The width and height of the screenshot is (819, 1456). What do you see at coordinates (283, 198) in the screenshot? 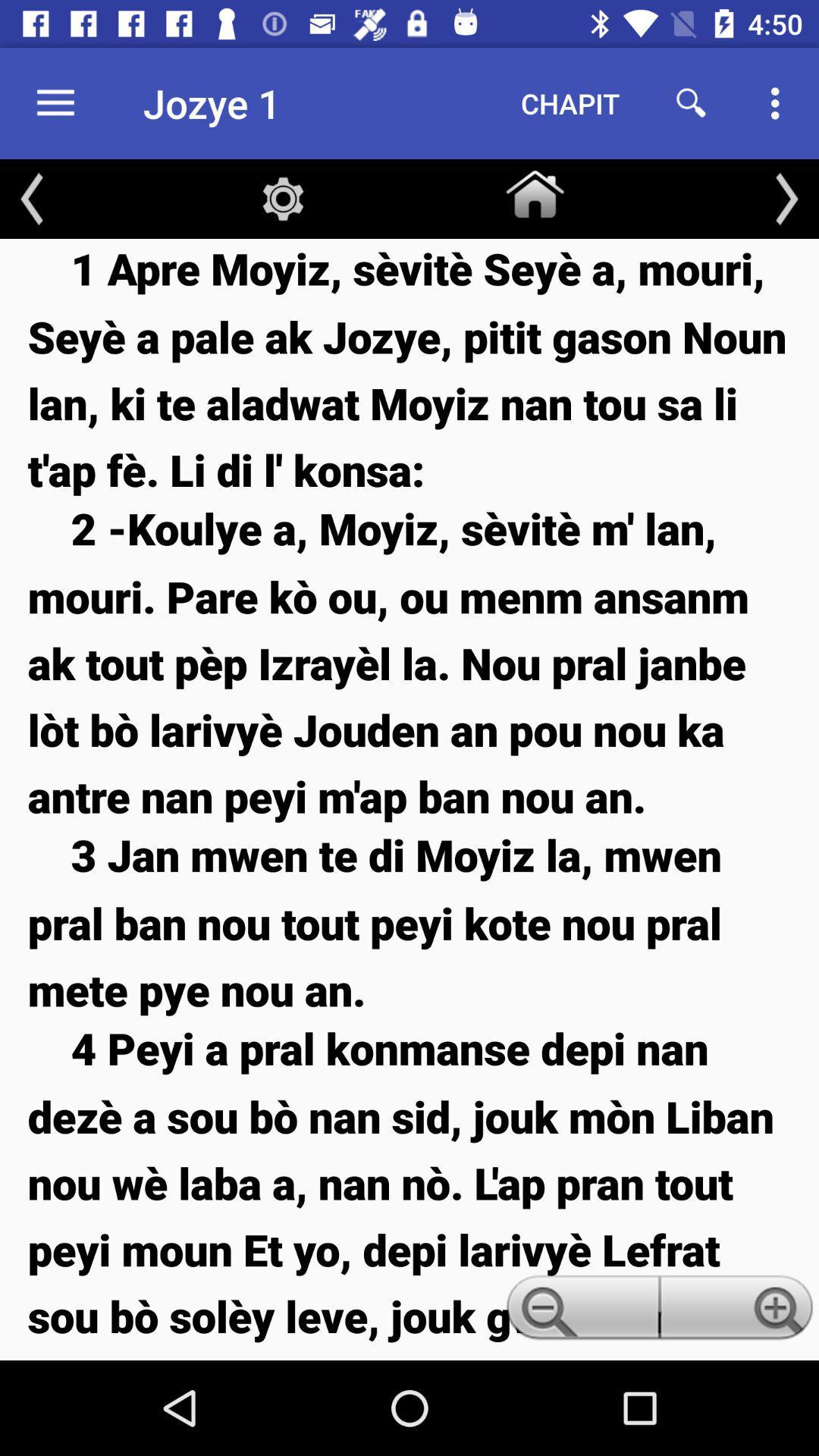
I see `the settings icon` at bounding box center [283, 198].